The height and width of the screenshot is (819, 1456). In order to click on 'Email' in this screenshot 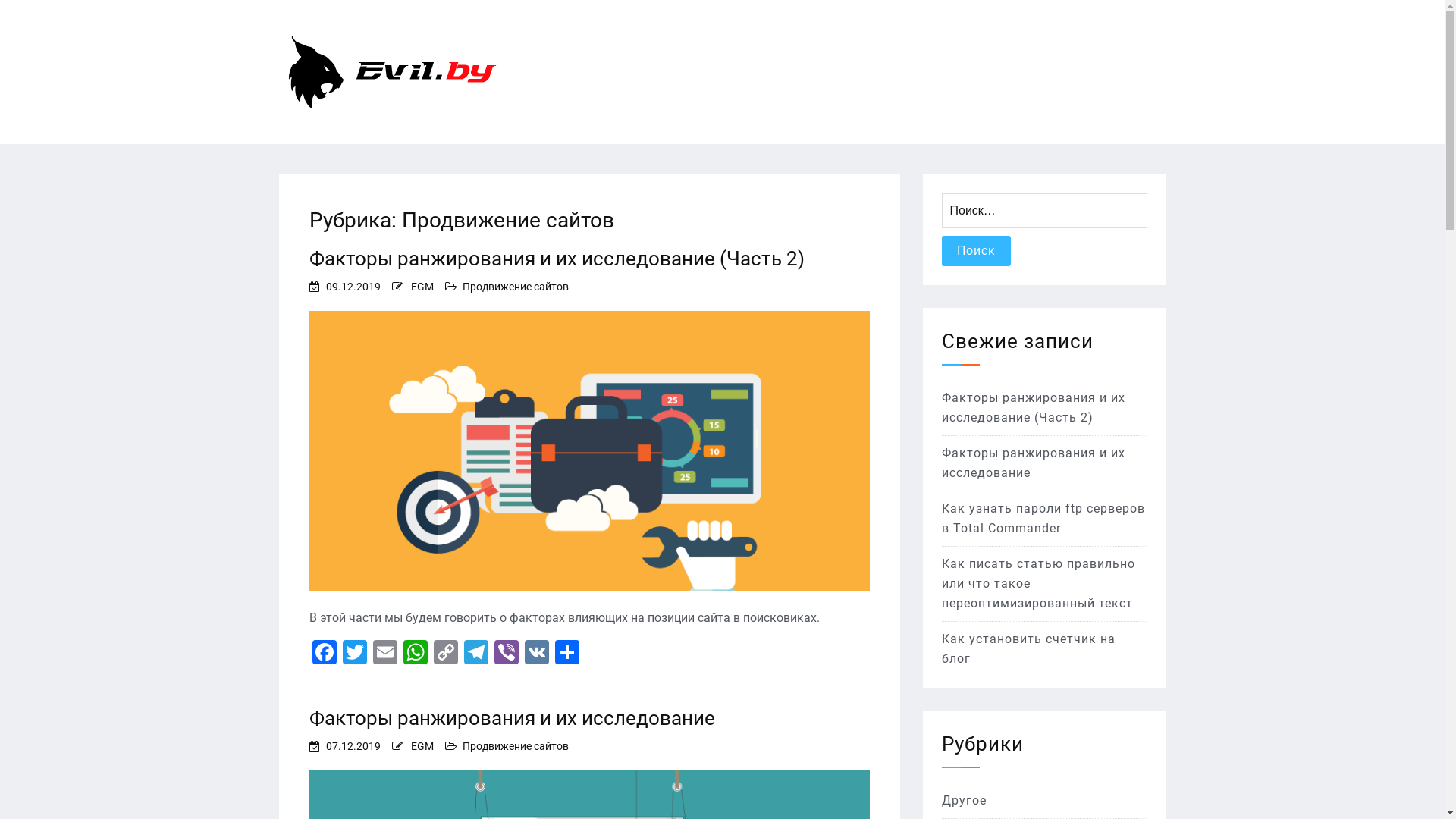, I will do `click(385, 653)`.